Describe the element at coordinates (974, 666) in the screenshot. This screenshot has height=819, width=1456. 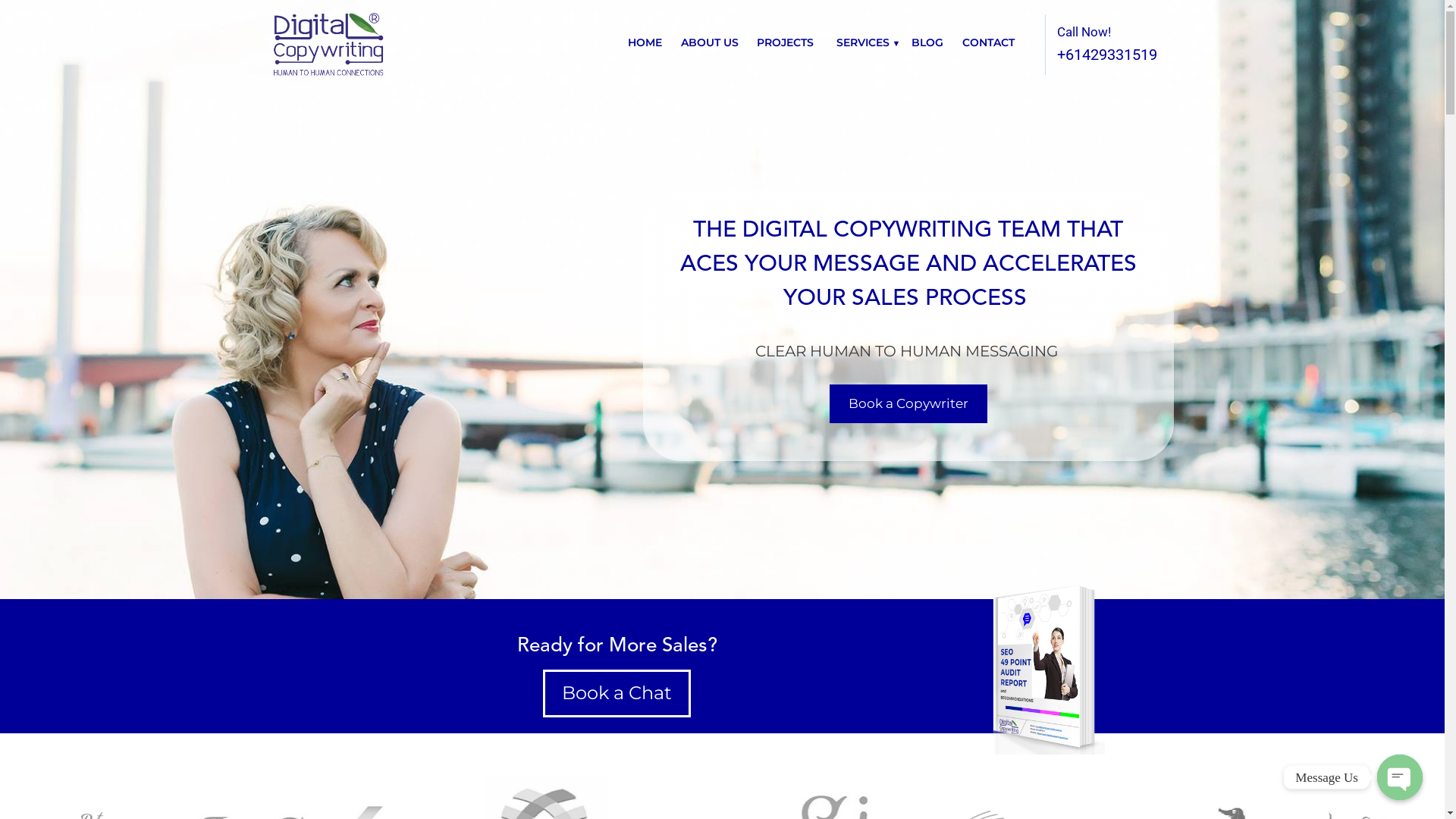
I see `'imgpsh_fullsize_anim'` at that location.